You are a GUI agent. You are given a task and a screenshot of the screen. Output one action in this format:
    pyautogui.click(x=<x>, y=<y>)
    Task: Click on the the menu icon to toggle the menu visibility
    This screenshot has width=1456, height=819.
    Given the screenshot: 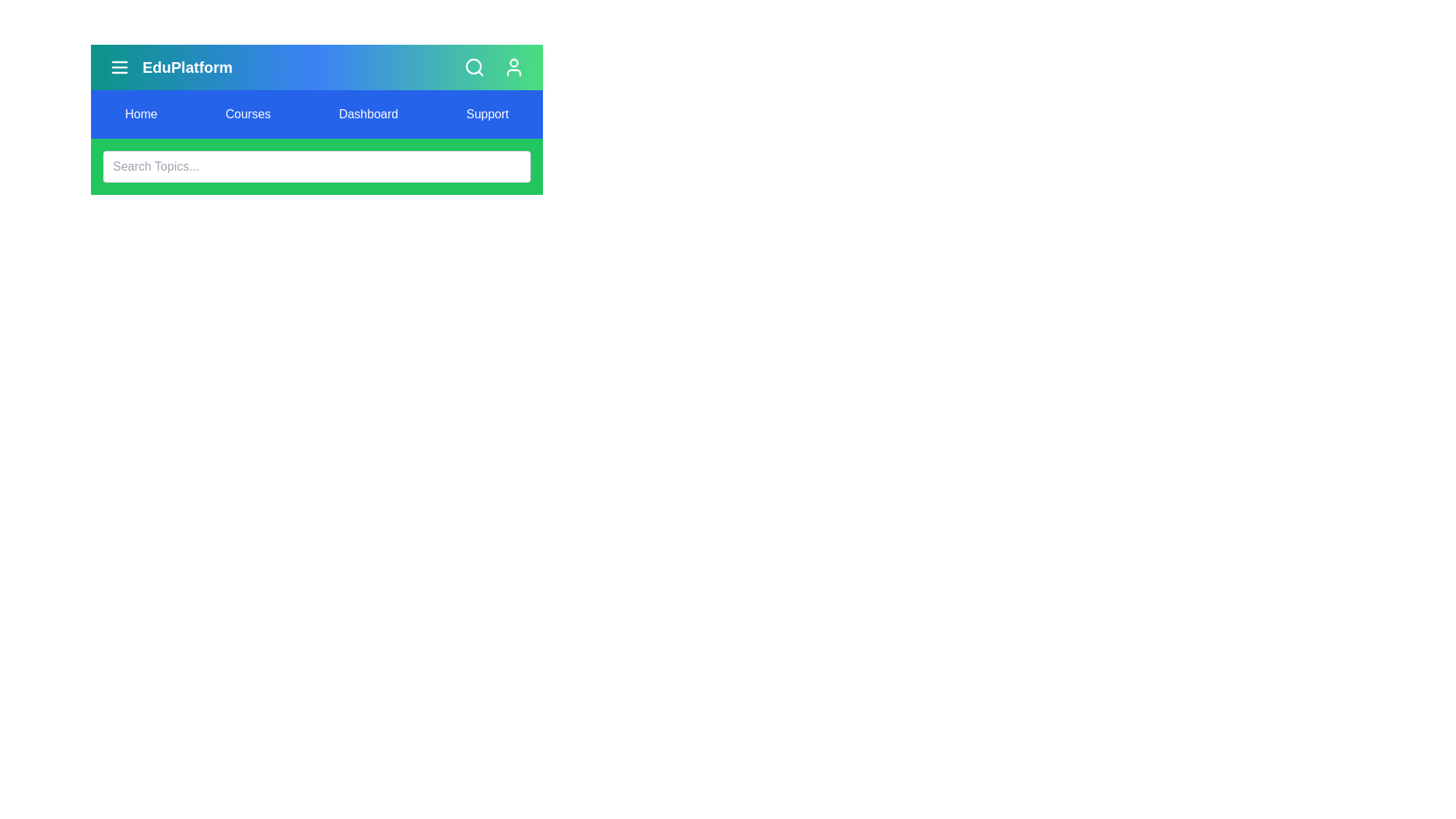 What is the action you would take?
    pyautogui.click(x=119, y=66)
    